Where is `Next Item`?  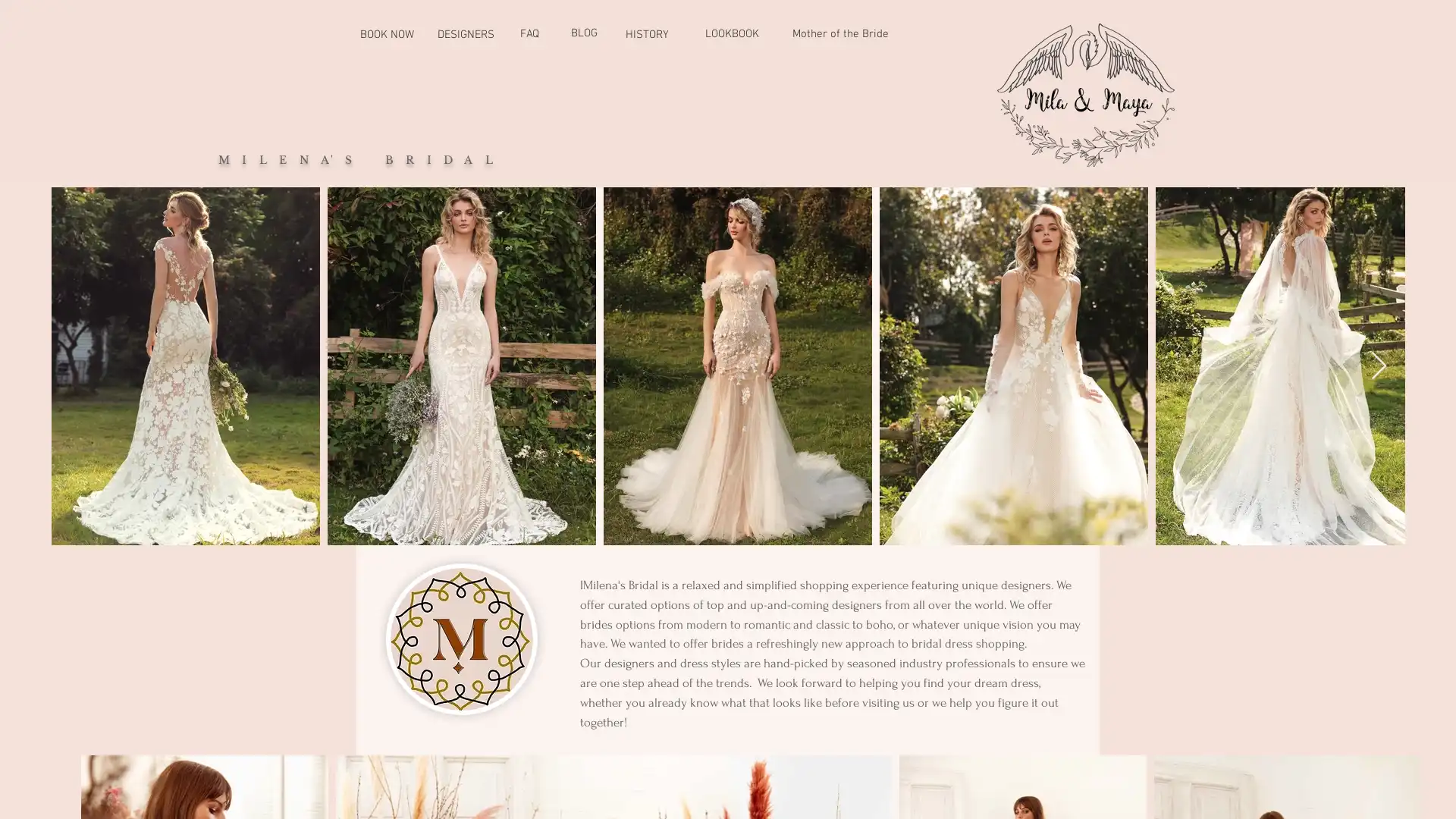 Next Item is located at coordinates (1379, 366).